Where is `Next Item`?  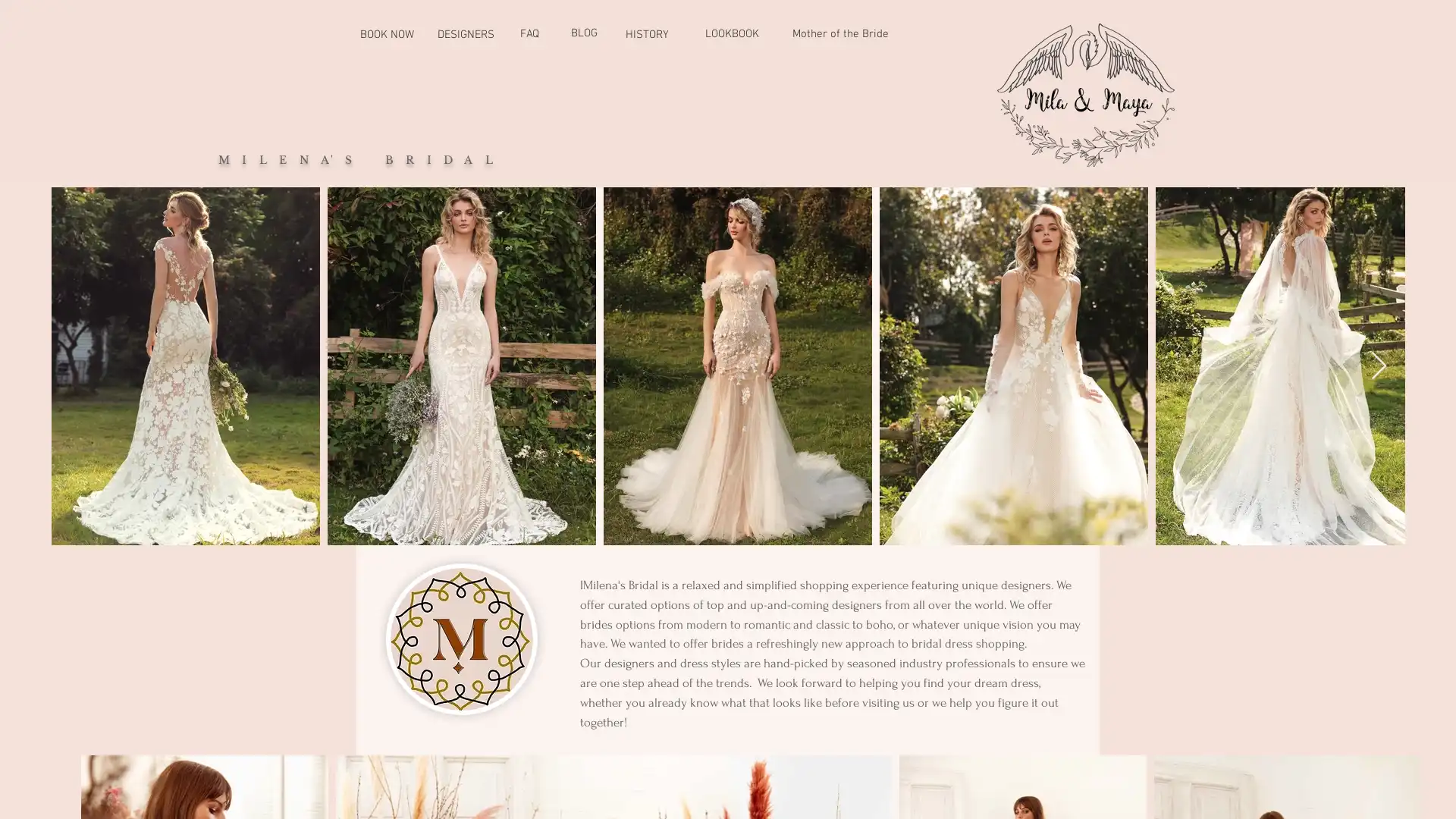 Next Item is located at coordinates (1379, 366).